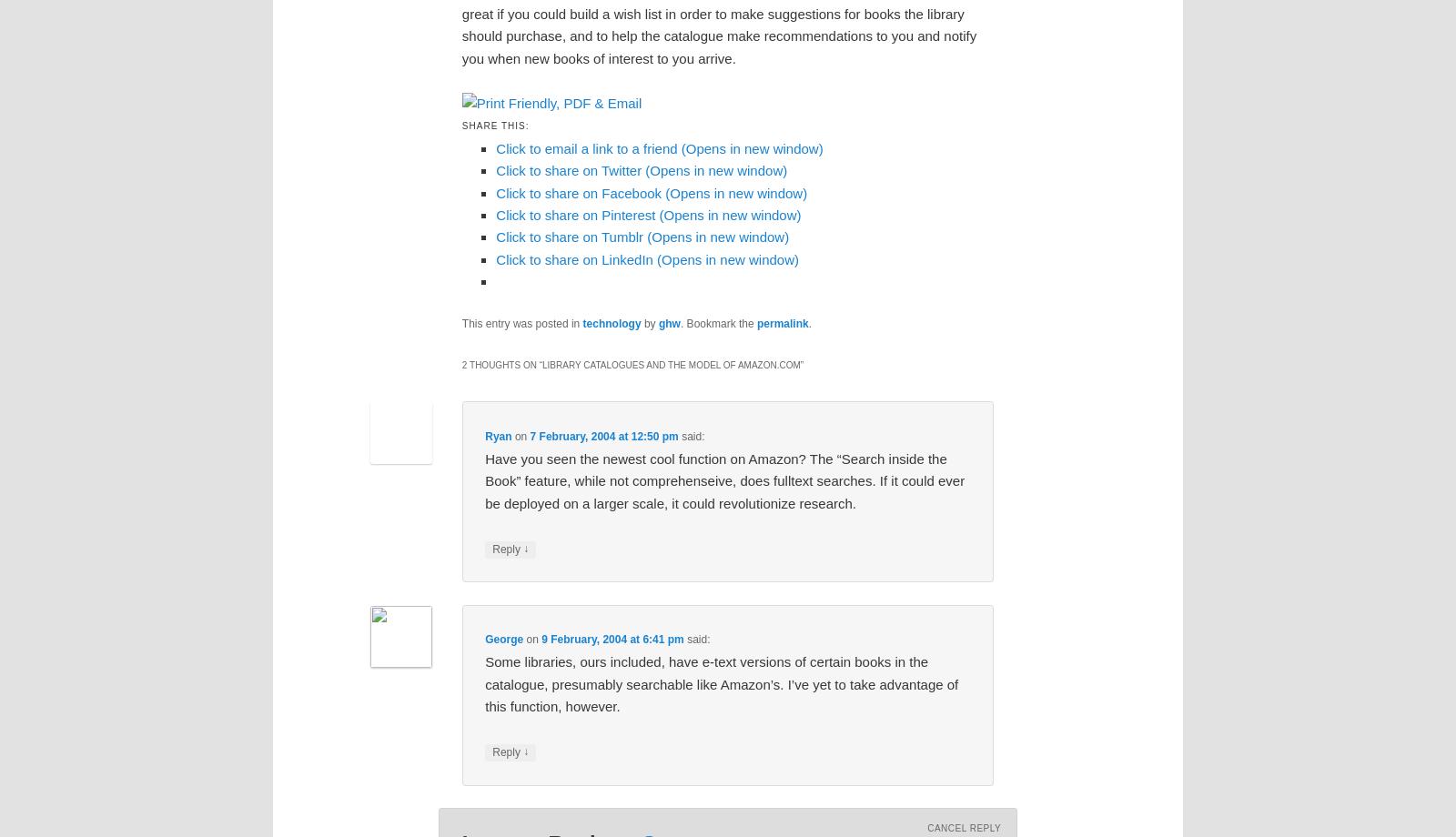  What do you see at coordinates (500, 364) in the screenshot?
I see `'2 thoughts on “'` at bounding box center [500, 364].